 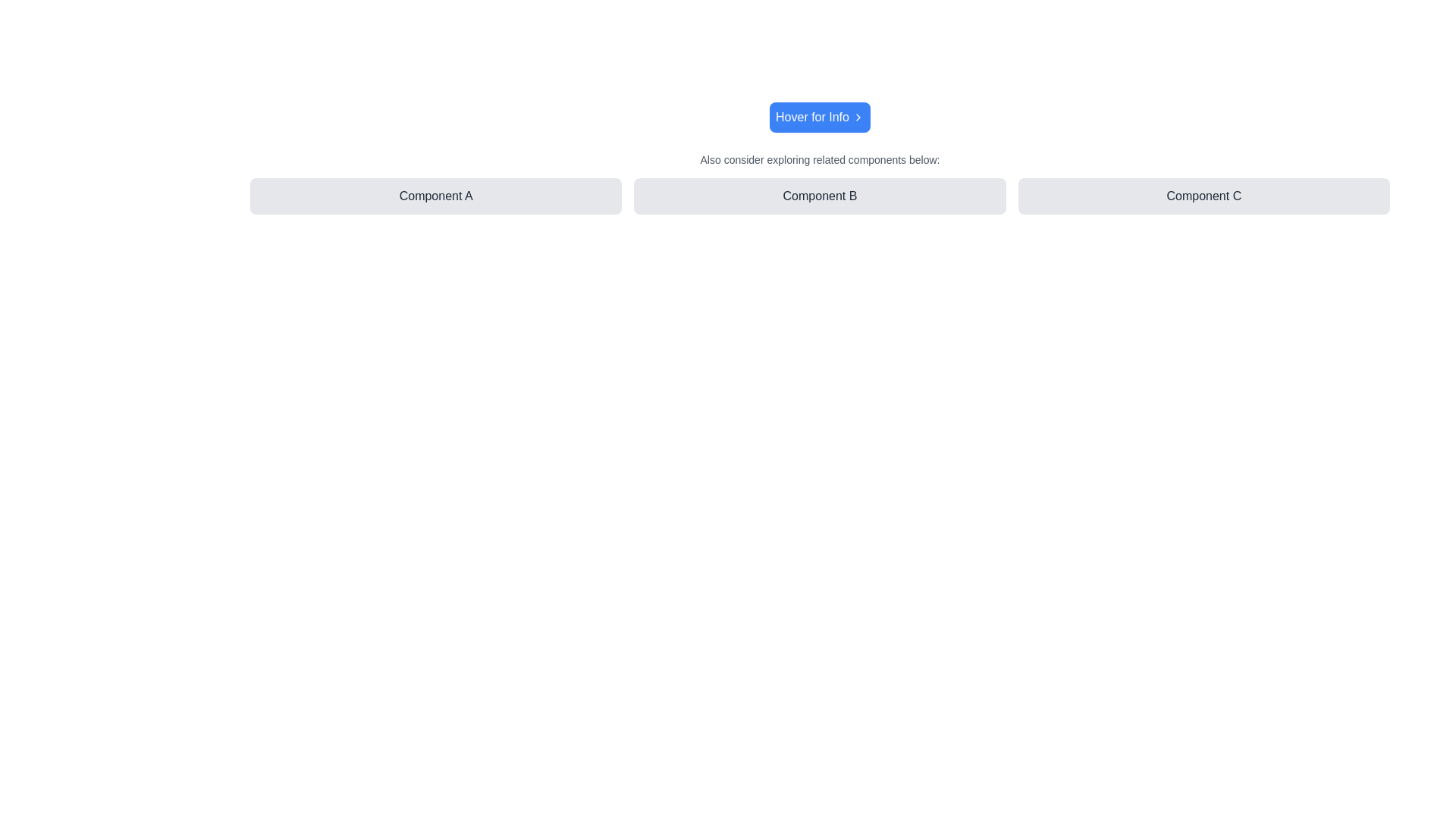 What do you see at coordinates (819, 195) in the screenshot?
I see `the middle button labeled 'Component B' with a light-gray background and rounded corners to change its appearance` at bounding box center [819, 195].